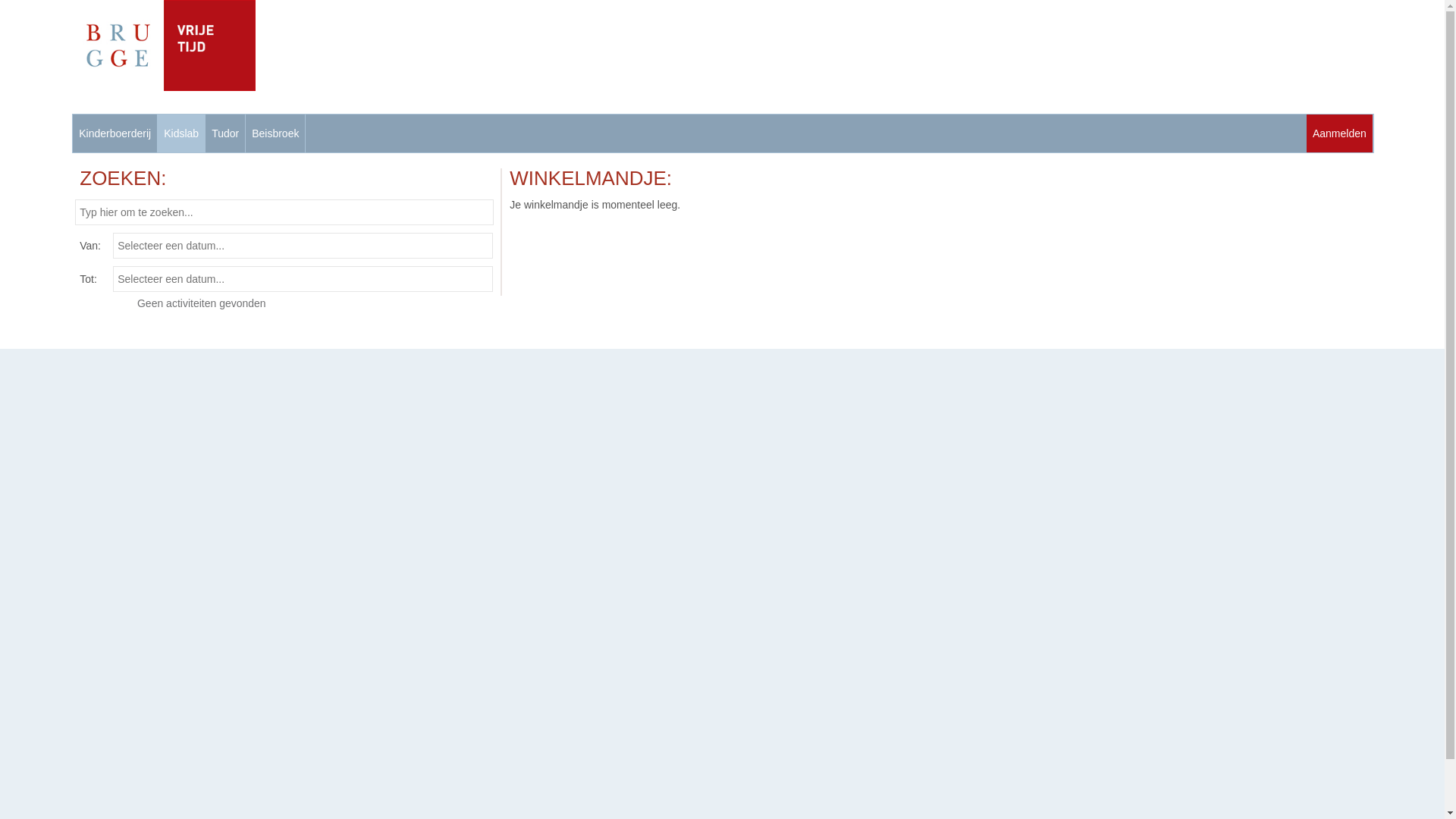 This screenshot has width=1456, height=819. What do you see at coordinates (1339, 133) in the screenshot?
I see `'Aanmelden'` at bounding box center [1339, 133].